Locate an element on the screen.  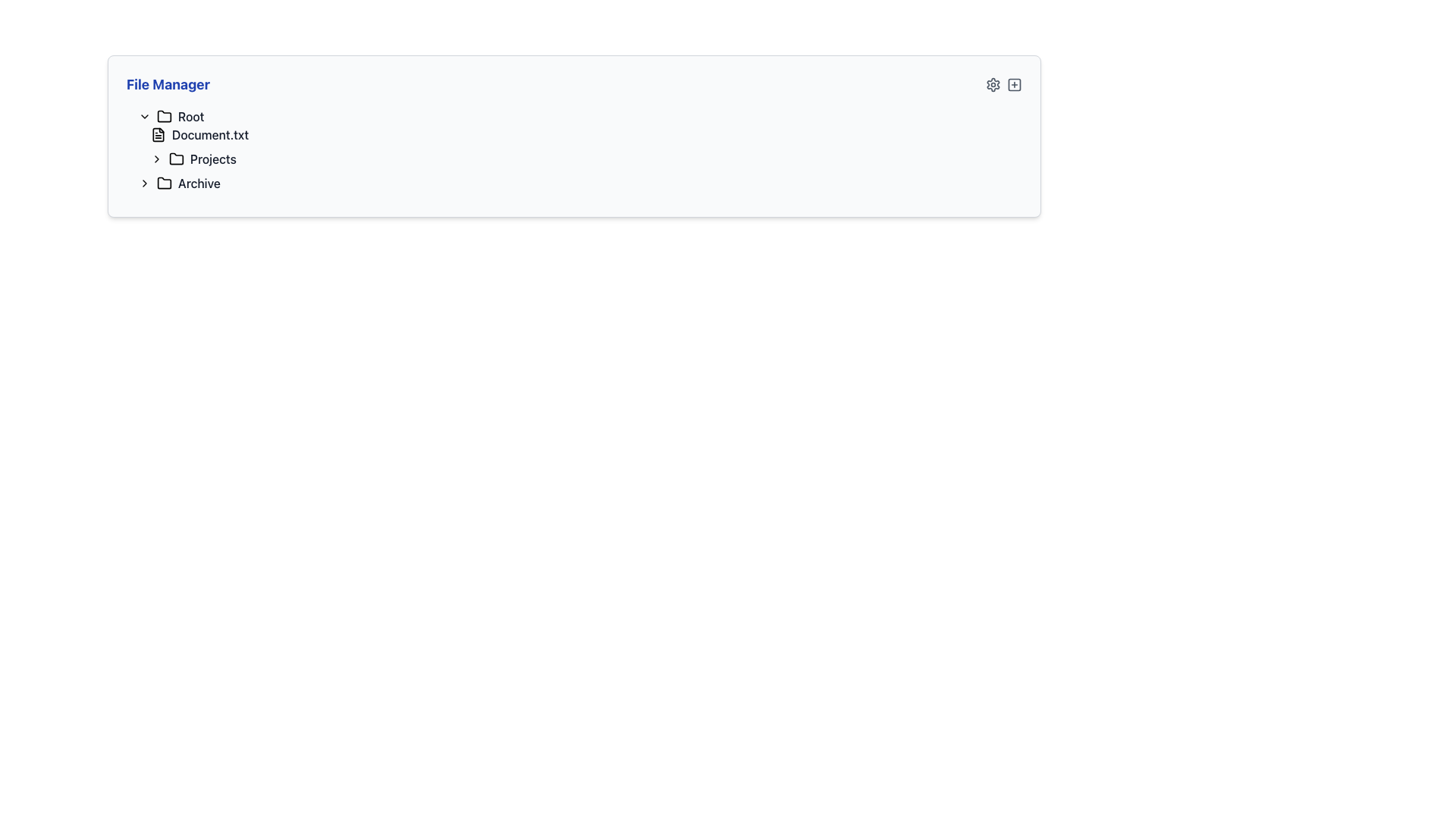
the Folder icon located next to the 'Projects' label in the 'File Manager' panel is located at coordinates (177, 158).